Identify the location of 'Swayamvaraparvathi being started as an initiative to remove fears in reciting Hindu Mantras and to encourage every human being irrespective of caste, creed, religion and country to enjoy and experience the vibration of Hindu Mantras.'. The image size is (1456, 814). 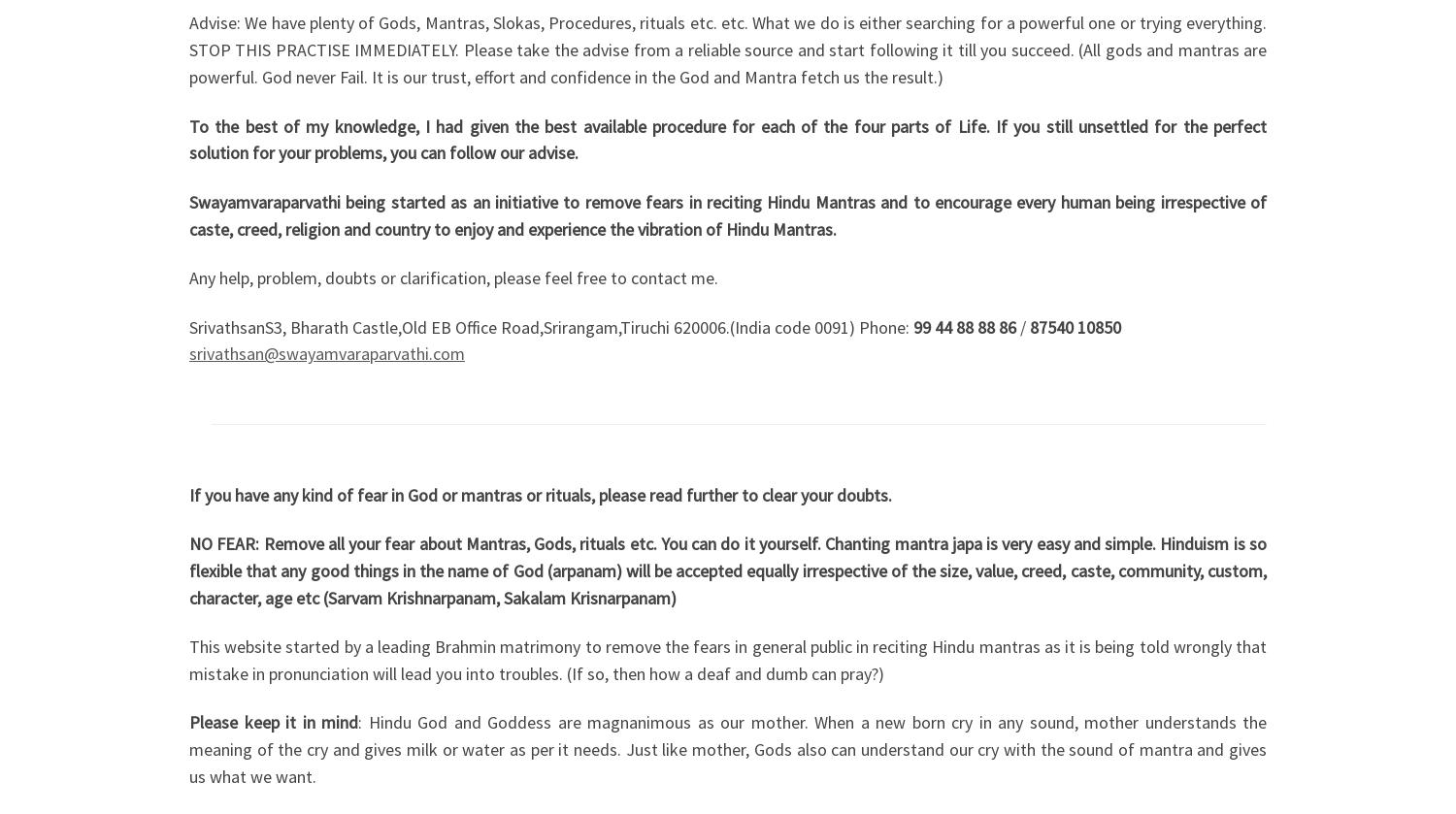
(728, 214).